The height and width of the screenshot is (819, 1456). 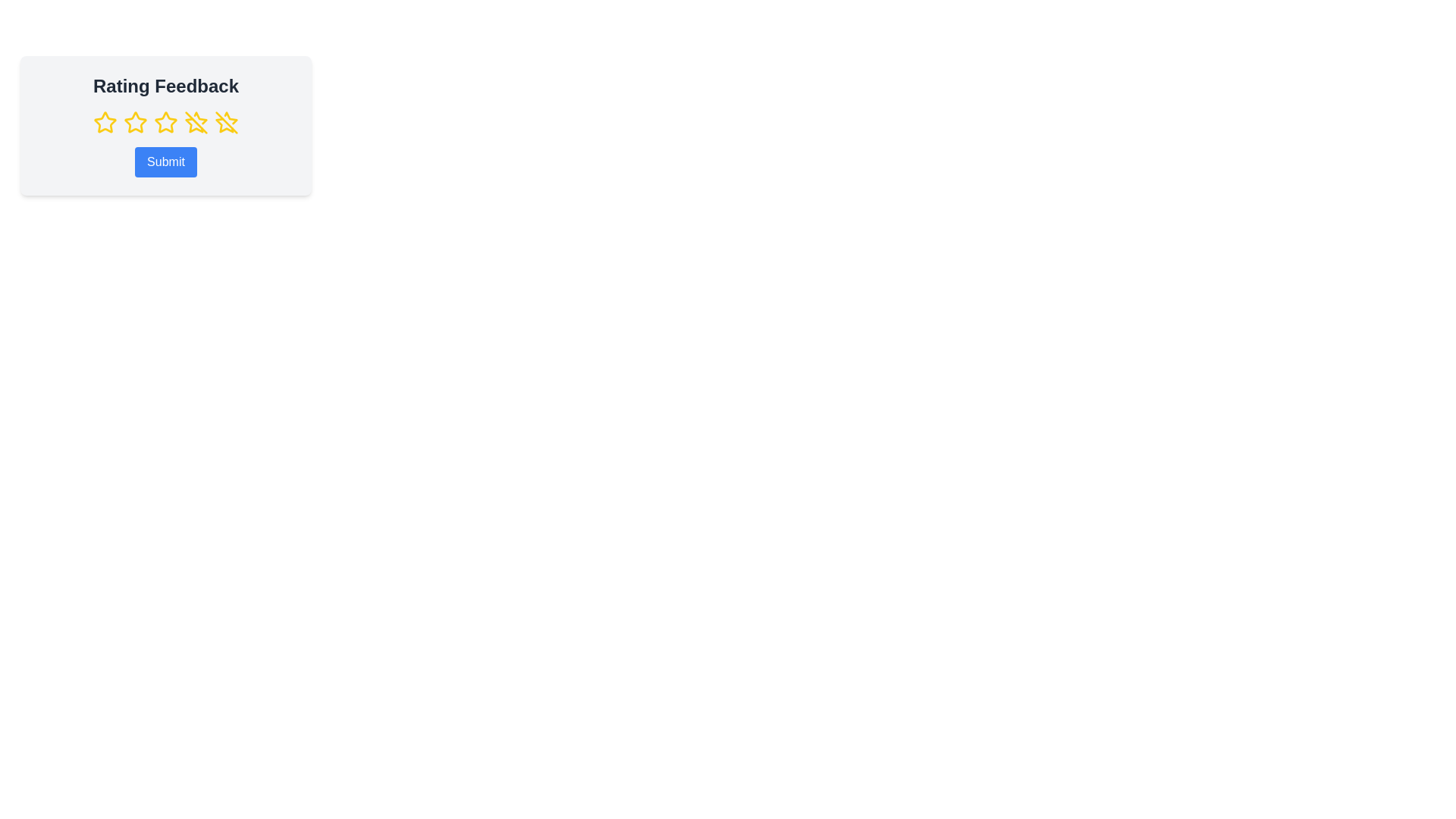 What do you see at coordinates (224, 124) in the screenshot?
I see `the fifth star icon in the rating system, which is currently disabled or deselected, located above the blue 'Submit' button` at bounding box center [224, 124].